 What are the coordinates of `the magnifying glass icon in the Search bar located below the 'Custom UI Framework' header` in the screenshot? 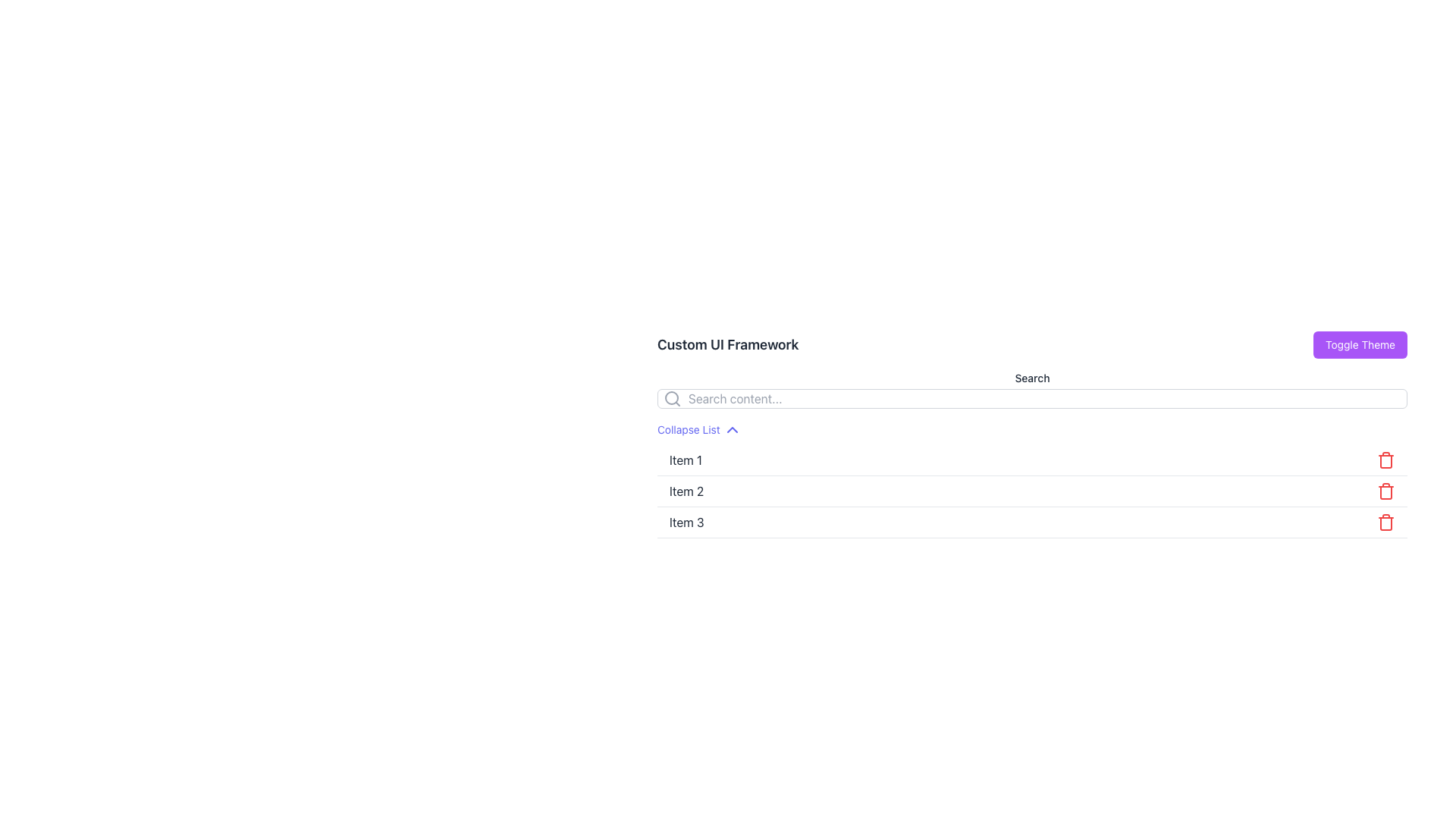 It's located at (1031, 388).